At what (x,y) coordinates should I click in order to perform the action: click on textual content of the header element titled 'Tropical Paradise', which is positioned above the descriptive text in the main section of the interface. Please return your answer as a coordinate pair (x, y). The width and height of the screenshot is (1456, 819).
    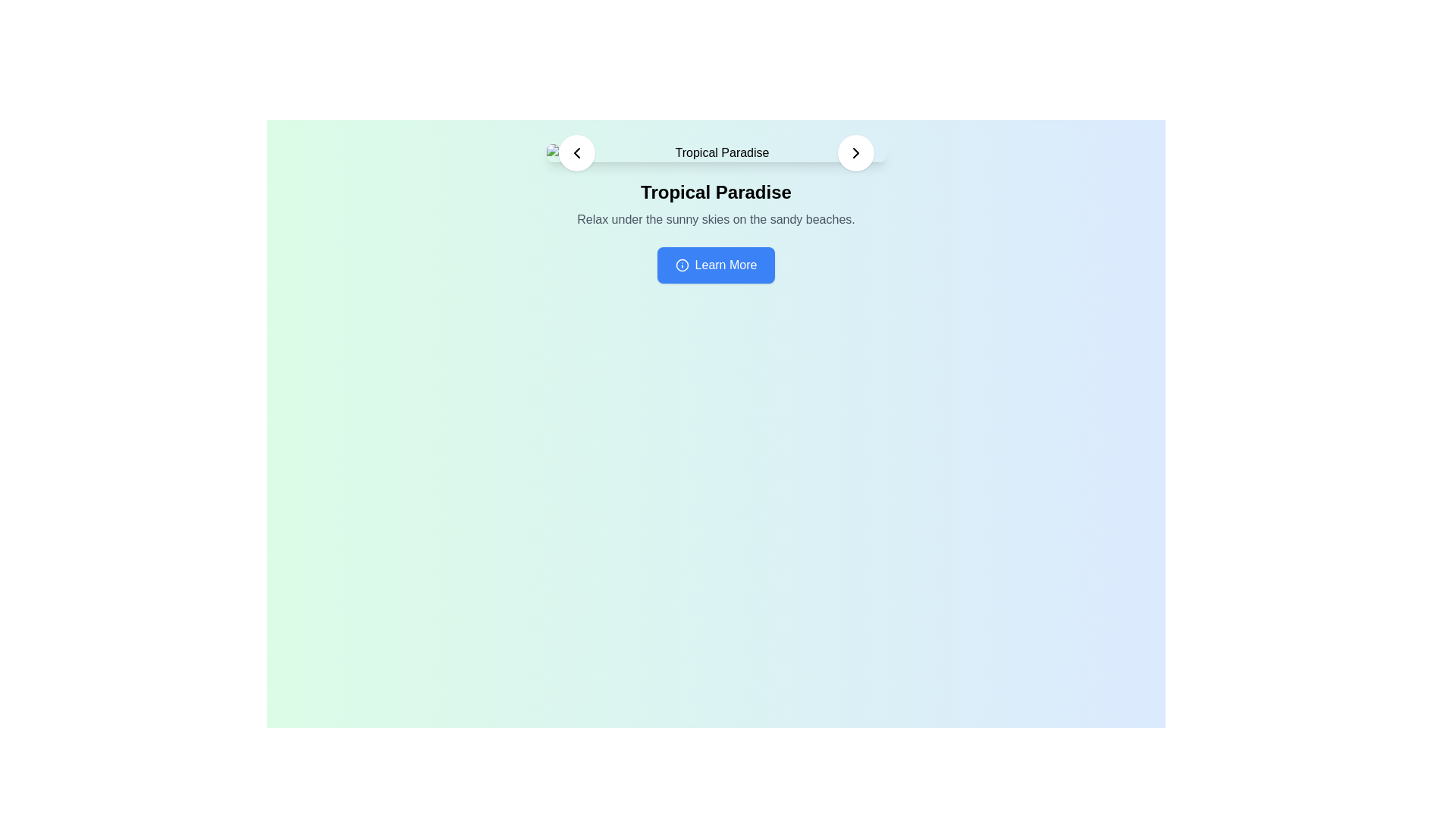
    Looking at the image, I should click on (715, 192).